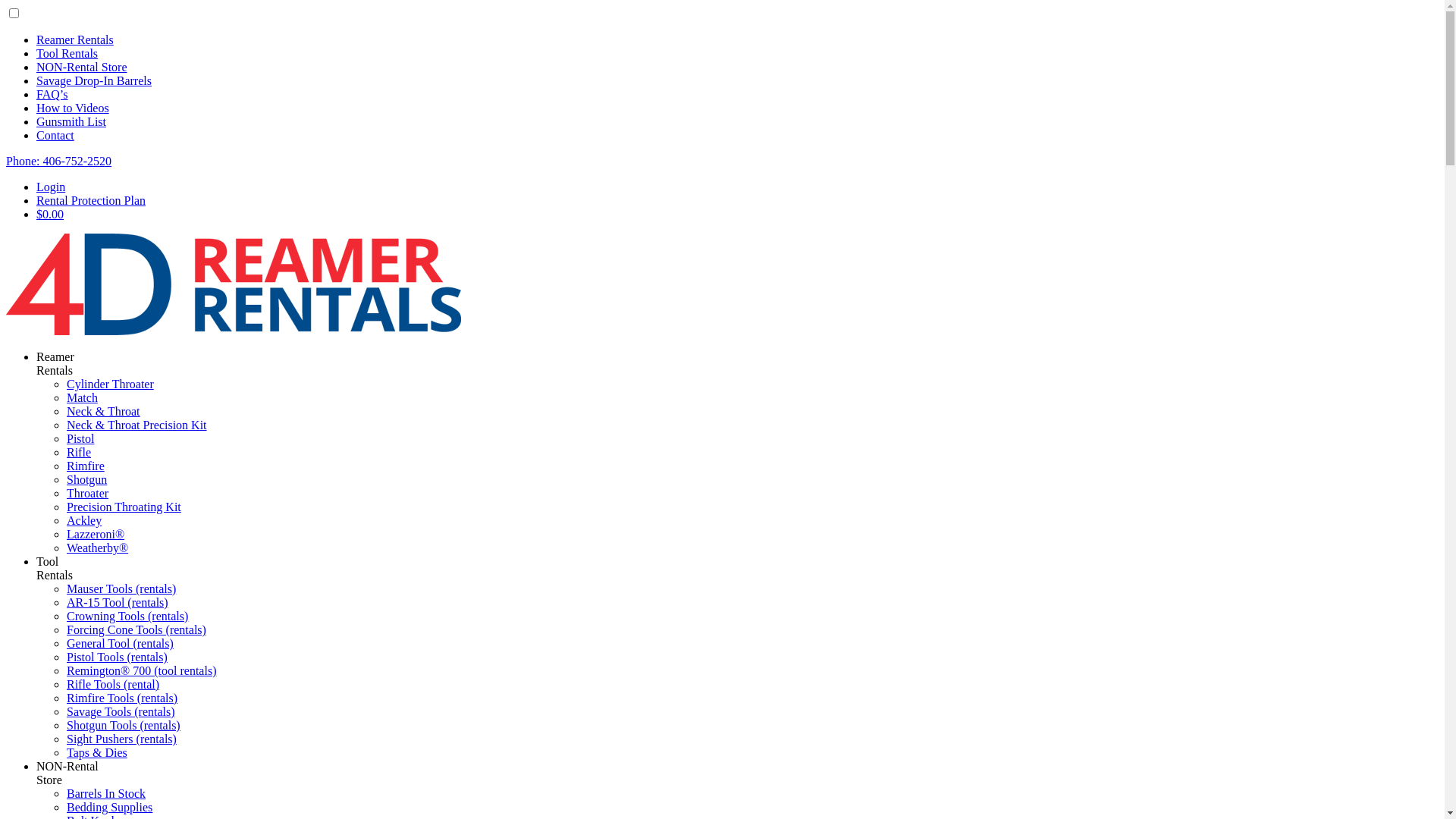 The width and height of the screenshot is (1456, 819). What do you see at coordinates (81, 397) in the screenshot?
I see `'Match'` at bounding box center [81, 397].